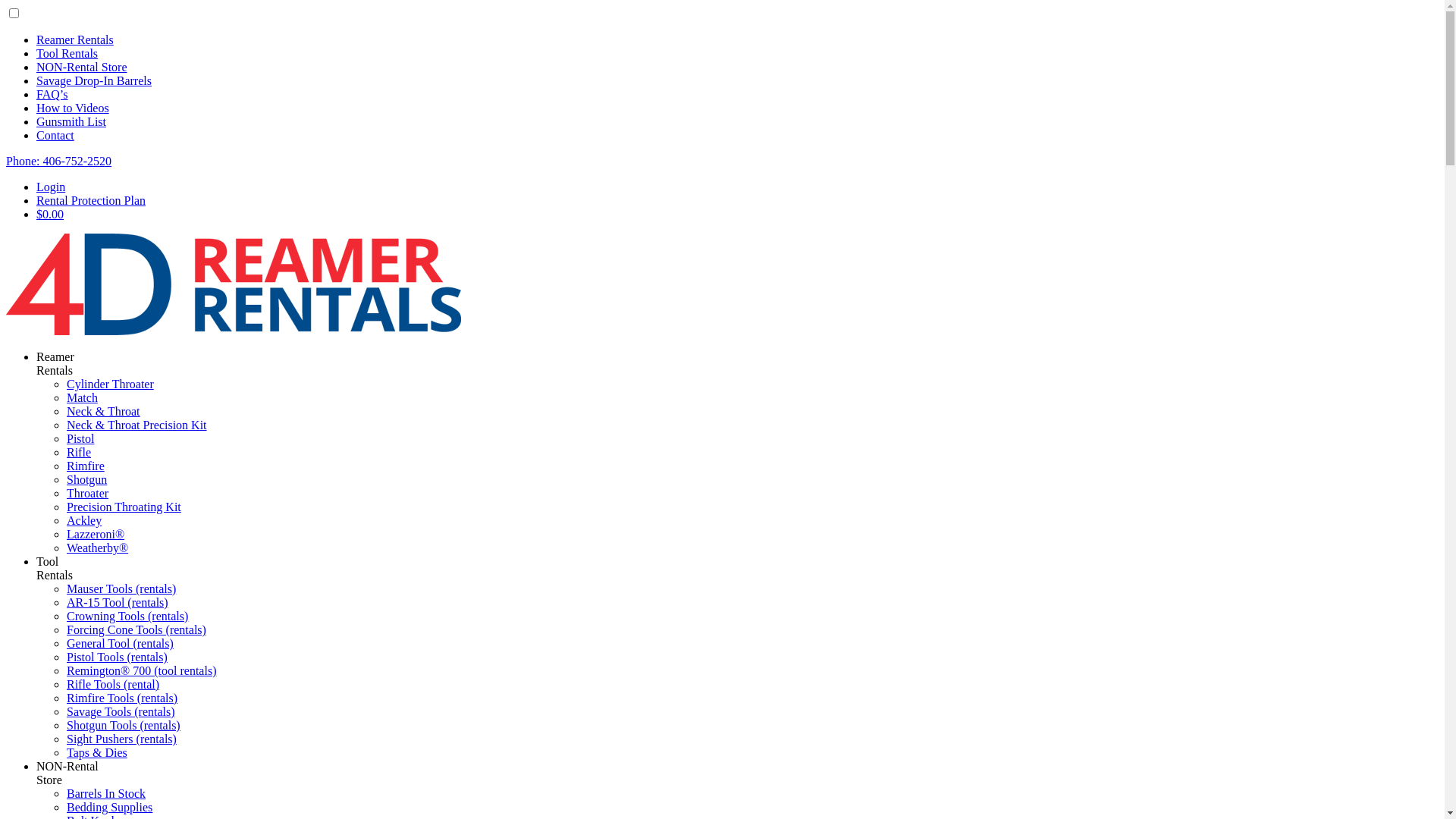 The width and height of the screenshot is (1456, 819). What do you see at coordinates (81, 397) in the screenshot?
I see `'Match'` at bounding box center [81, 397].